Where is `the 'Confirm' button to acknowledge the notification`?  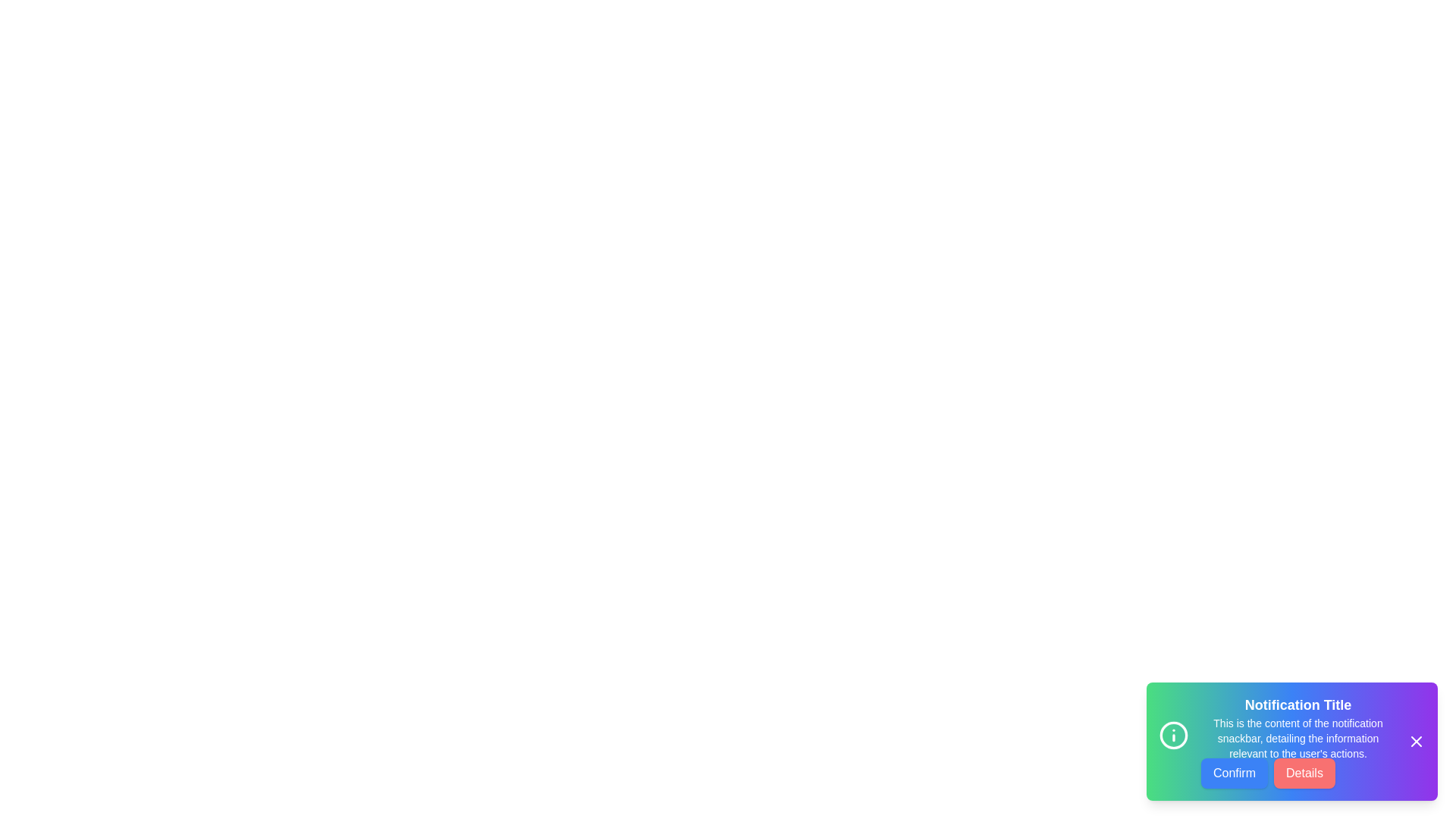 the 'Confirm' button to acknowledge the notification is located at coordinates (1234, 773).